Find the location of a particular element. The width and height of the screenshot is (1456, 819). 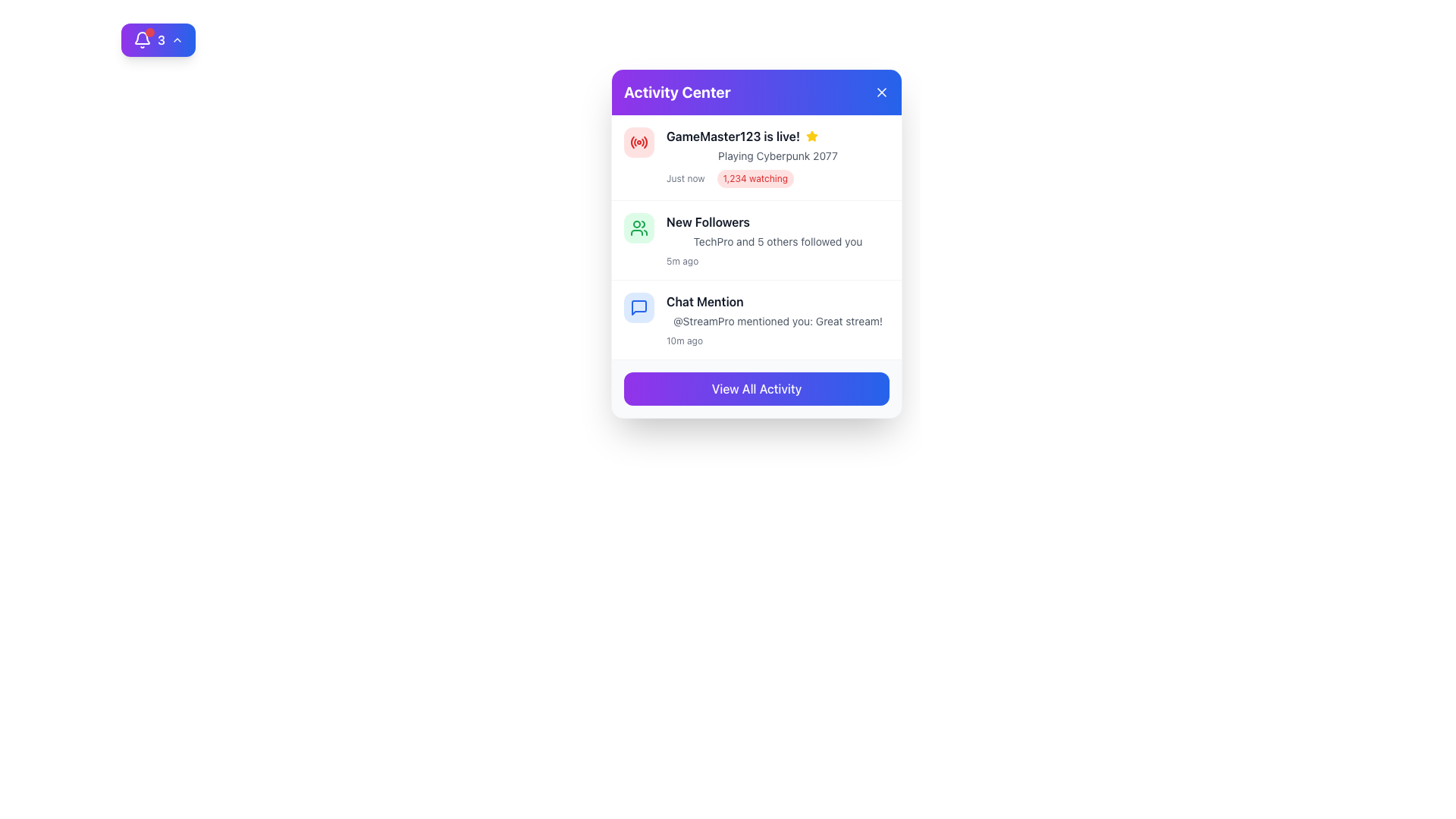

the third notification block in the 'Activity Center' panel, which features a blue chat bubble icon, a title 'Chat Mention', a description '@StreamPro mentioned you: Great stream!', and a time indication '10m ago' is located at coordinates (757, 318).